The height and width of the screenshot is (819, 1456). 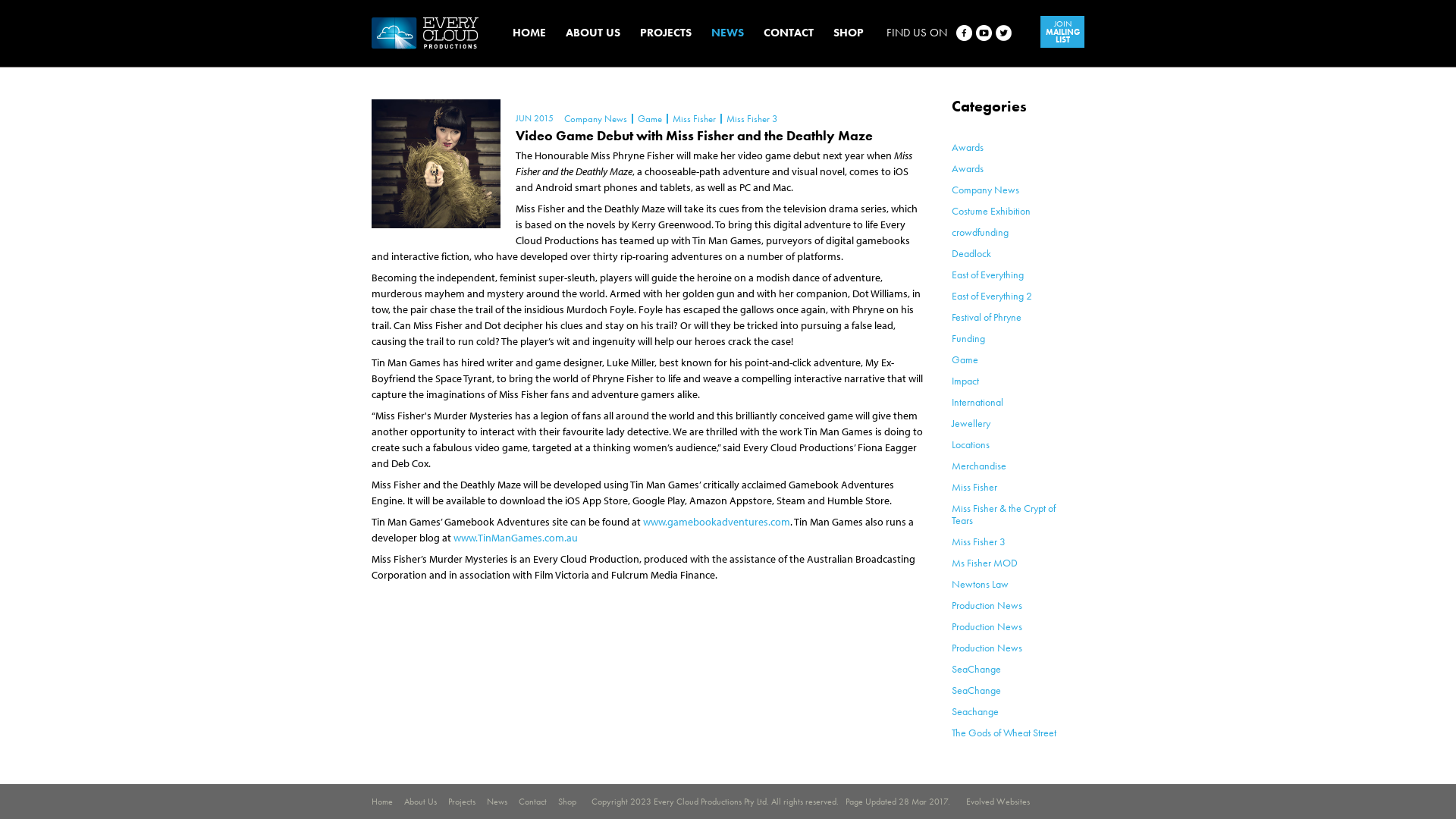 I want to click on 'Miss Fisher 3', so click(x=950, y=540).